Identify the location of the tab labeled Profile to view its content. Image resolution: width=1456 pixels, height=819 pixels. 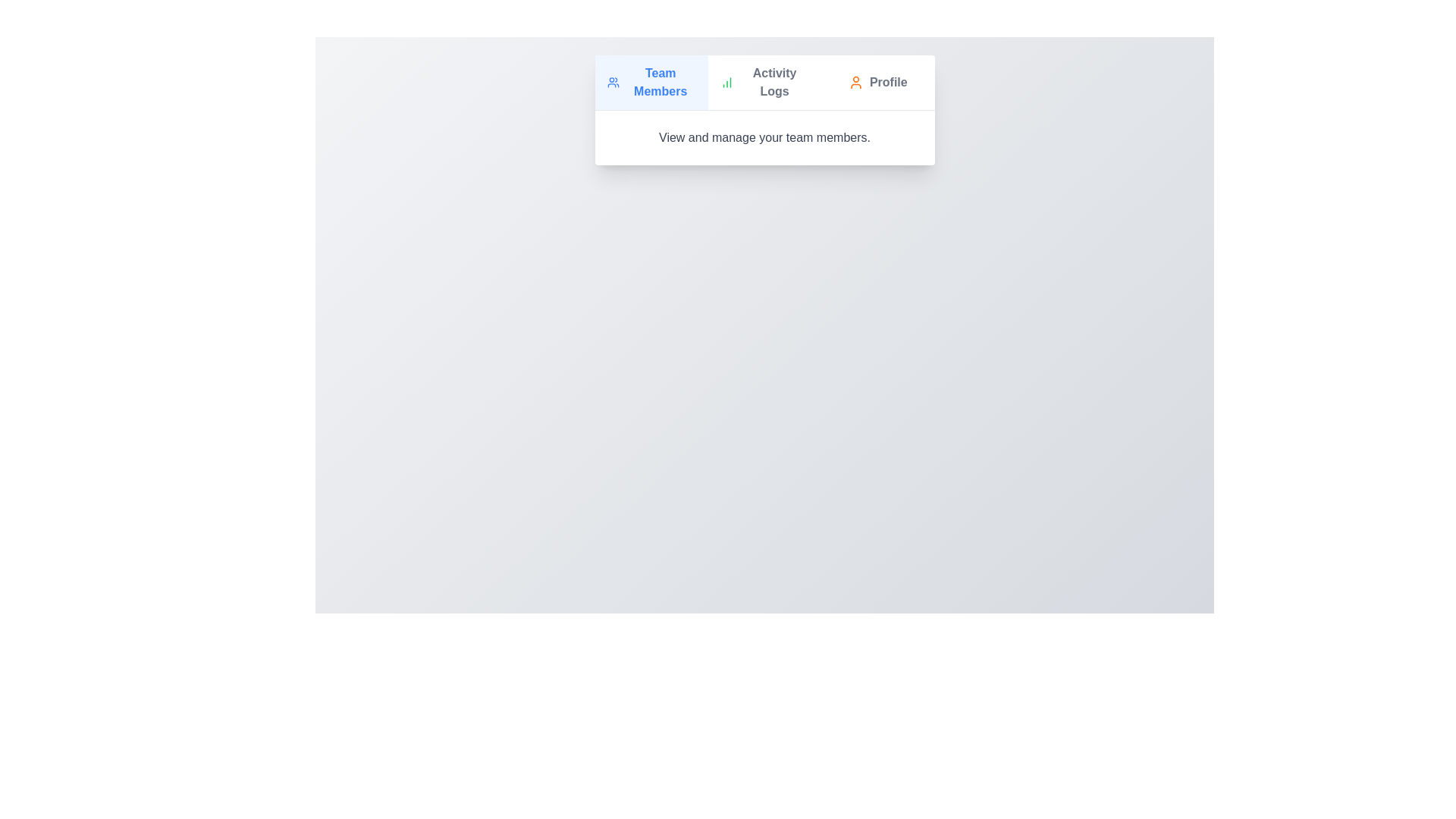
(877, 82).